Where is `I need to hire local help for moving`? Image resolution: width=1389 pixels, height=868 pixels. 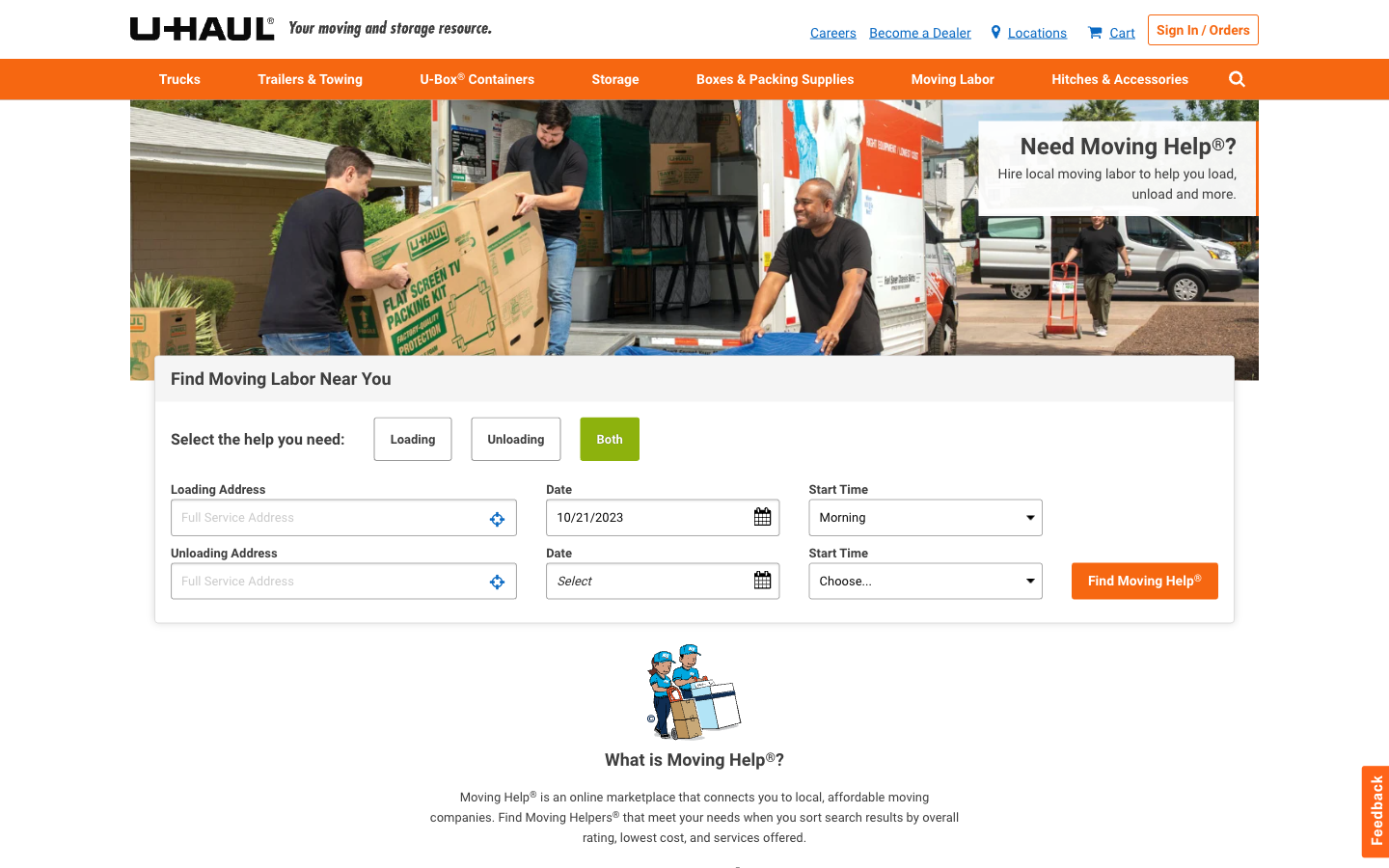 I need to hire local help for moving is located at coordinates (1085, 176).